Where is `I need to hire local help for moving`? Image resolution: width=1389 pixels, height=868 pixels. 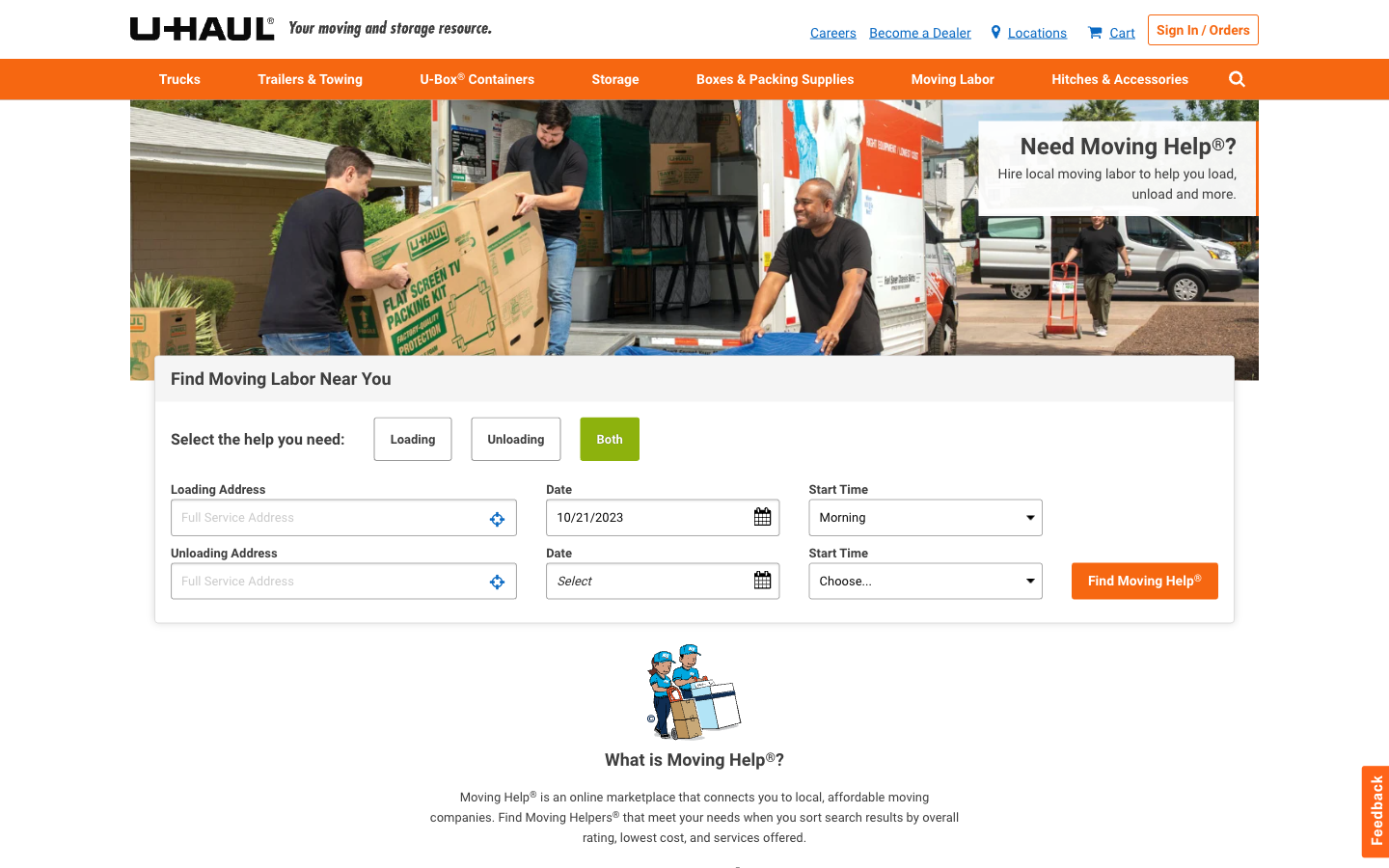 I need to hire local help for moving is located at coordinates (1085, 176).